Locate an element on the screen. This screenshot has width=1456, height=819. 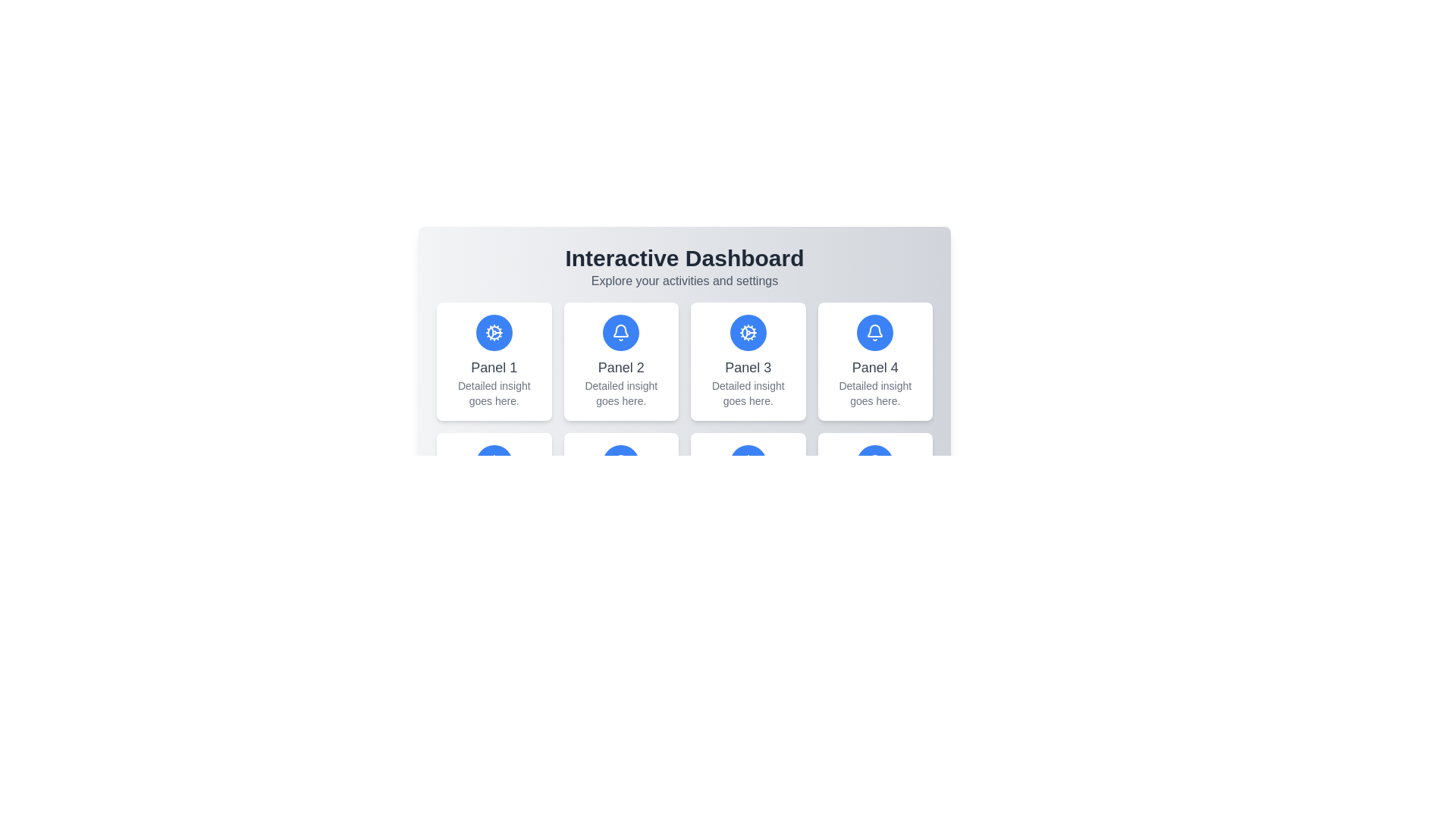
the description text block located below the title of 'Panel 3' in the dashboard interface is located at coordinates (748, 393).